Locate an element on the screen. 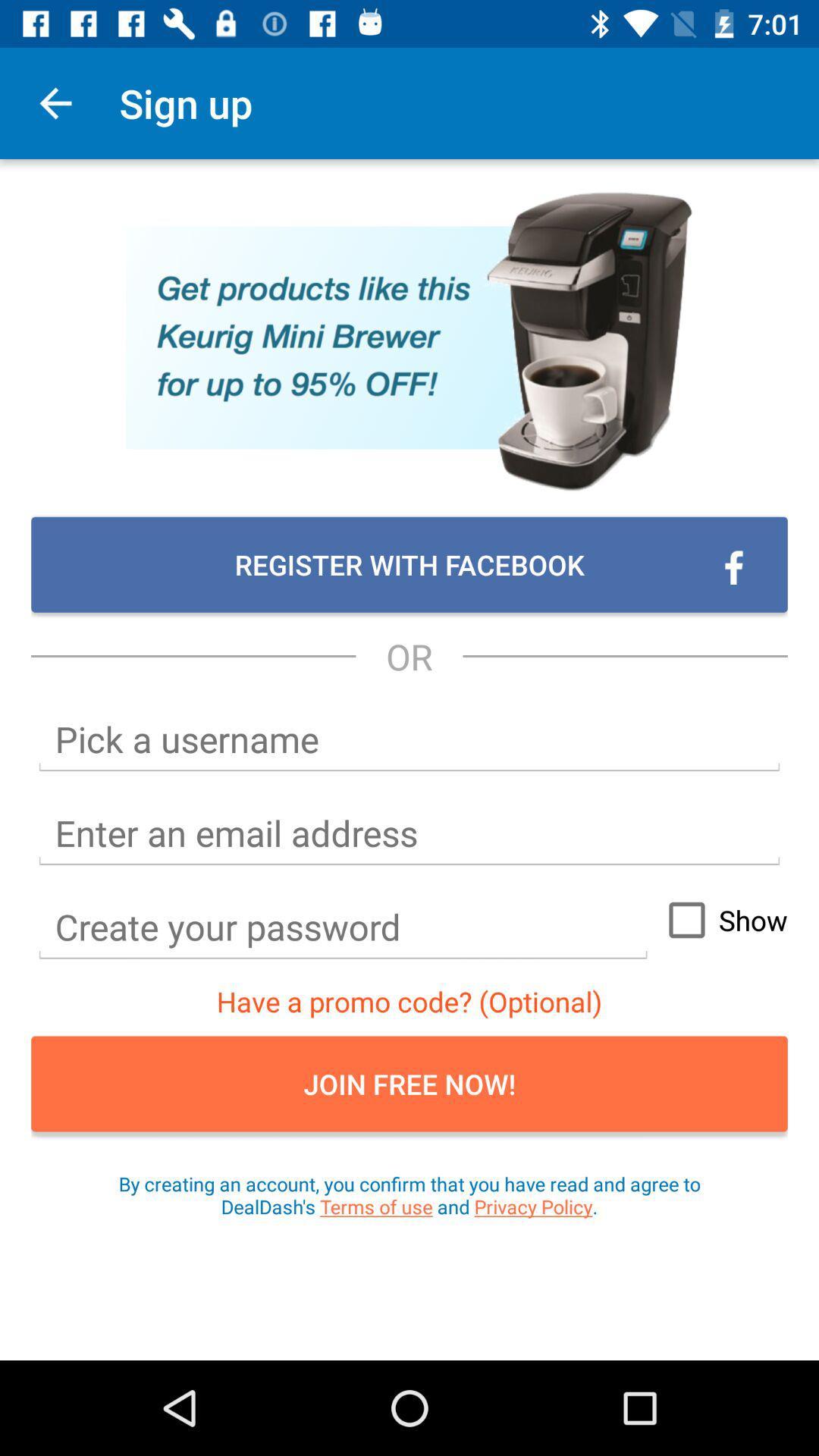 The width and height of the screenshot is (819, 1456). pick a username is located at coordinates (409, 739).